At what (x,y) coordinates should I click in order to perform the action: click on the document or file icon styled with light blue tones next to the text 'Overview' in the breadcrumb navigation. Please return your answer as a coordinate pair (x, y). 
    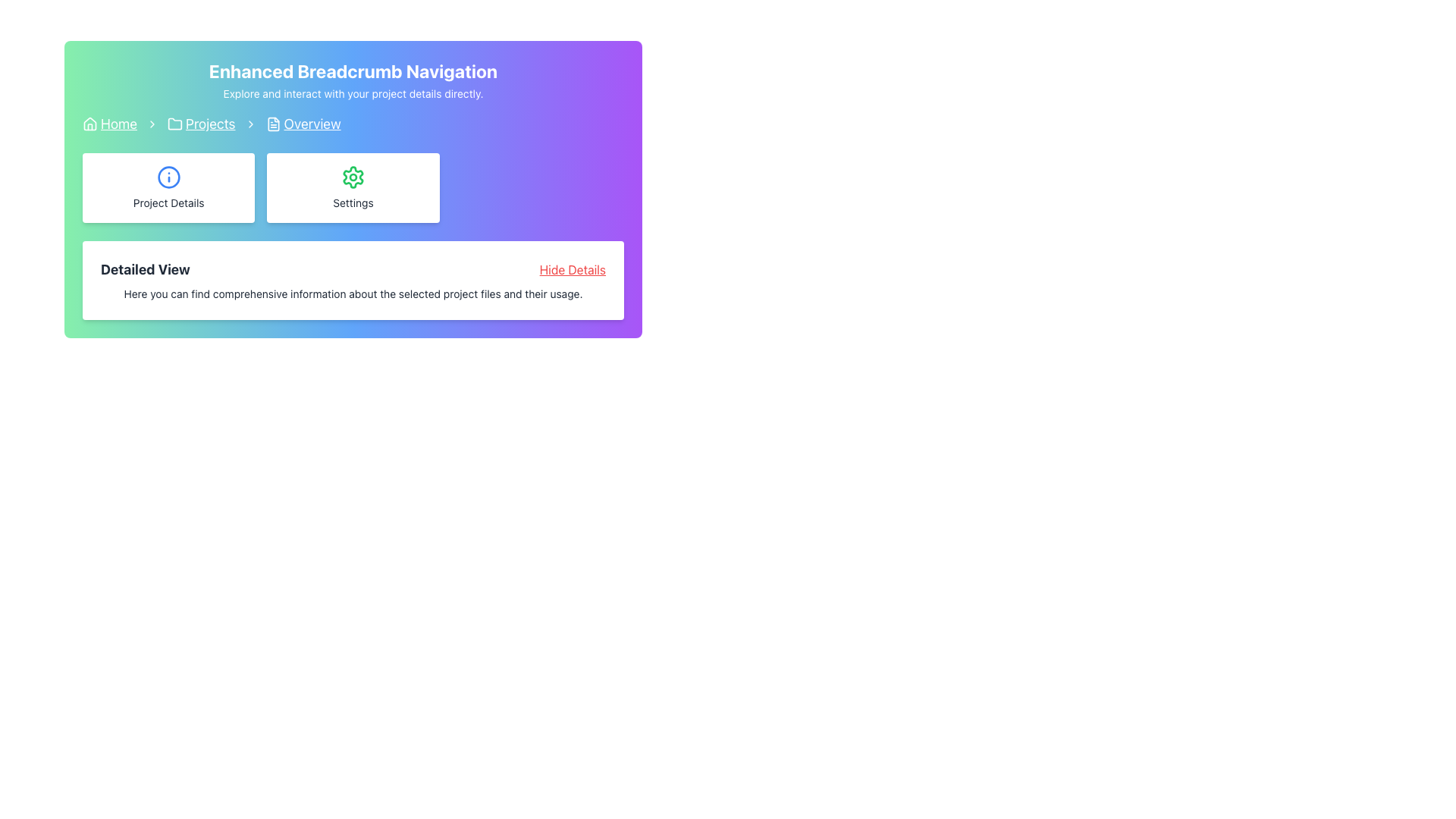
    Looking at the image, I should click on (273, 124).